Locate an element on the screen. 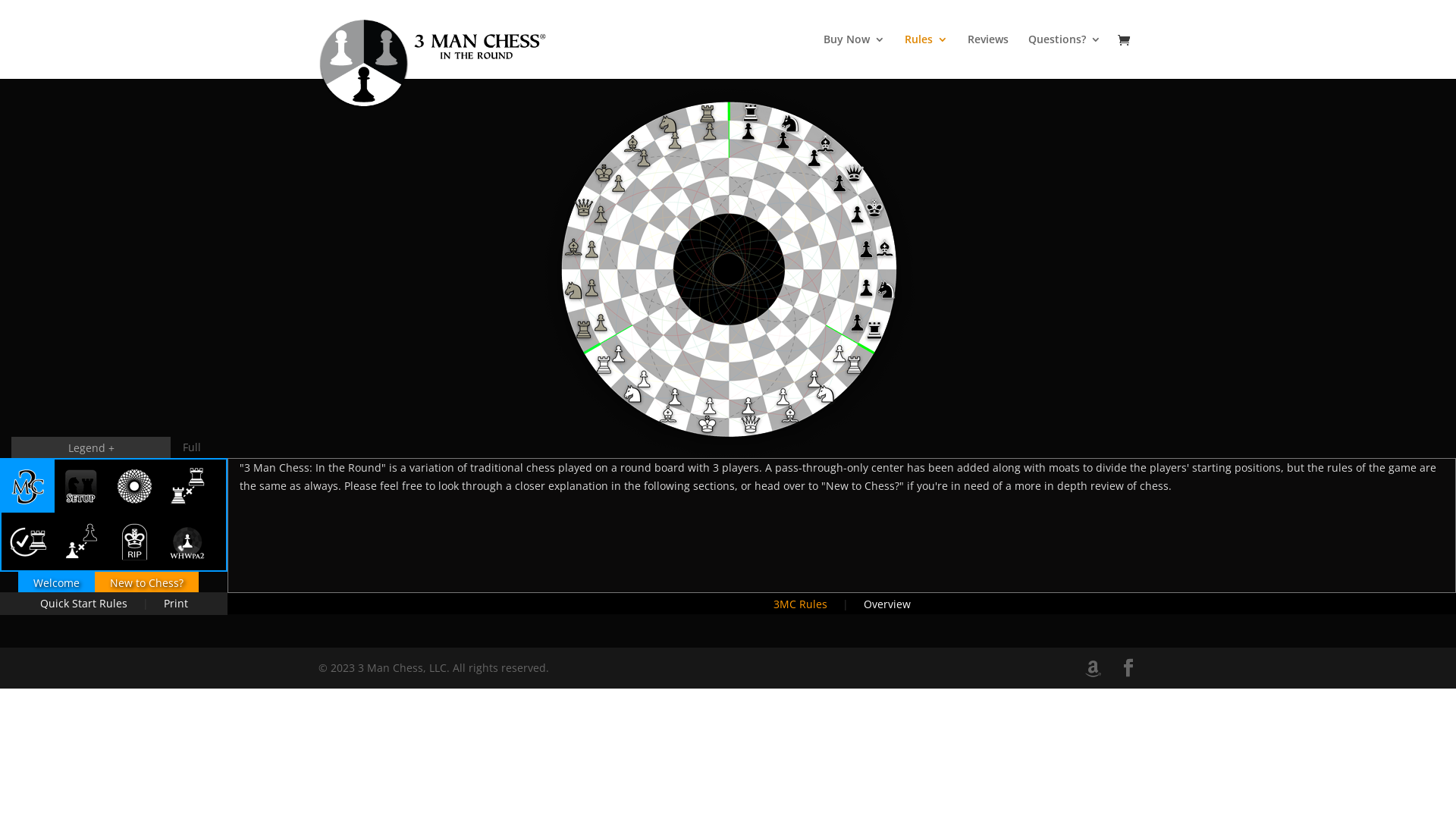 The width and height of the screenshot is (1456, 819). '3MC Notation' is located at coordinates (186, 540).